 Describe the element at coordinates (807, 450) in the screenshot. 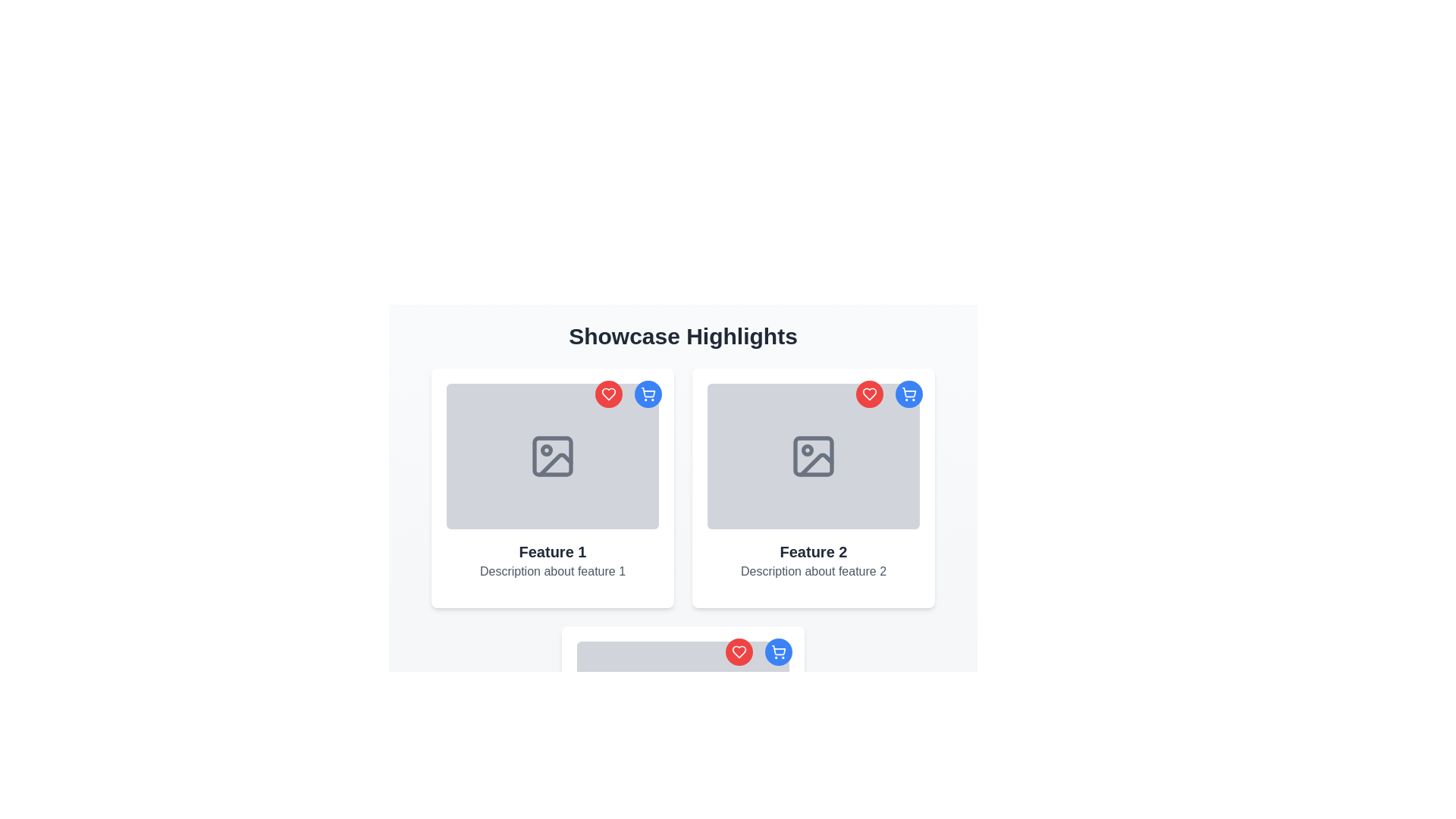

I see `the circular indicator located in the 'Feature 2' card, which is the second card under the 'Showcase Highlights' section, centrally placed within the picture graphic` at that location.